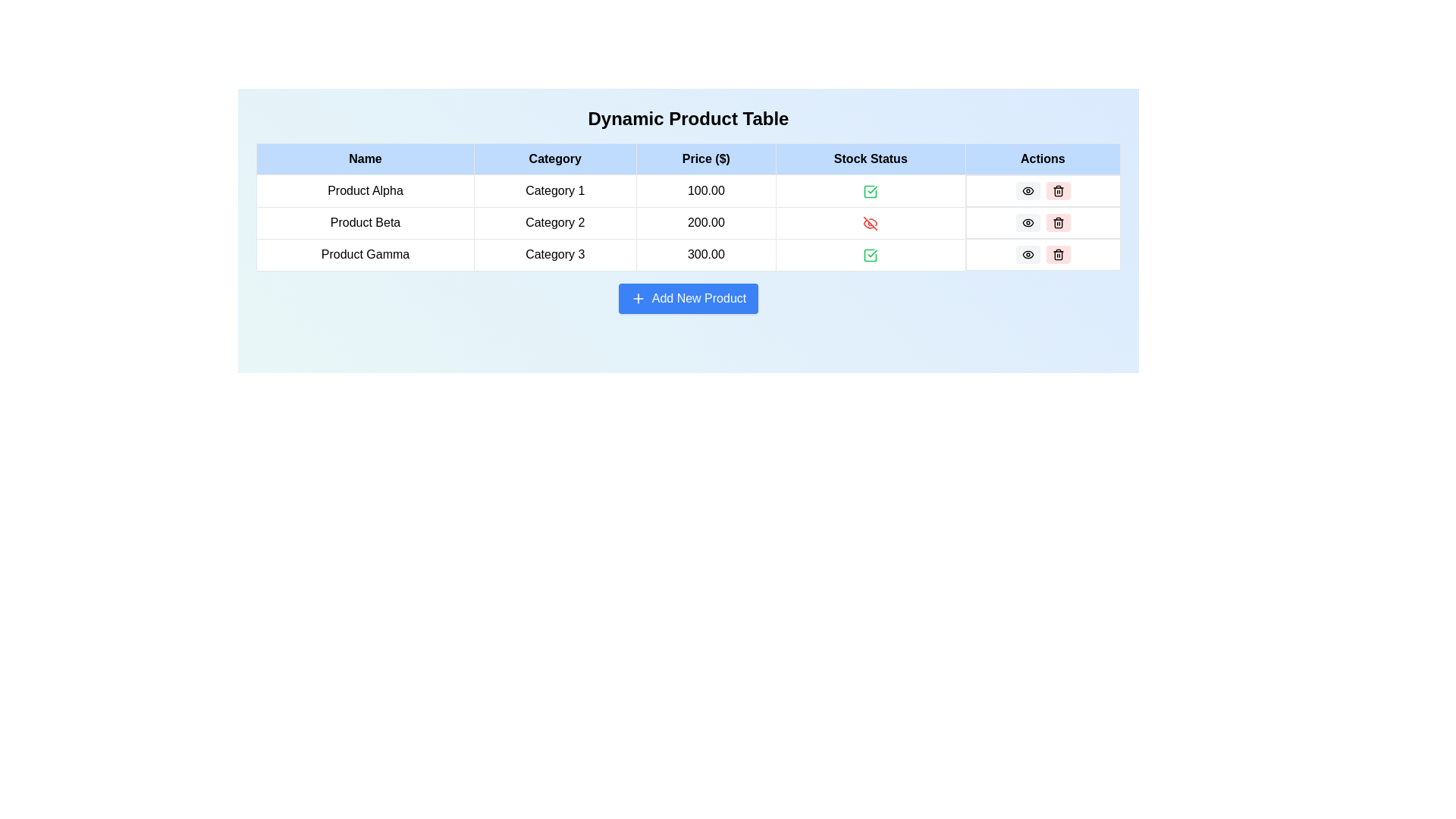 This screenshot has height=819, width=1456. Describe the element at coordinates (1057, 222) in the screenshot. I see `the delete icon button in the 'Actions' column of the second row in the 'Dynamic Product Table'` at that location.